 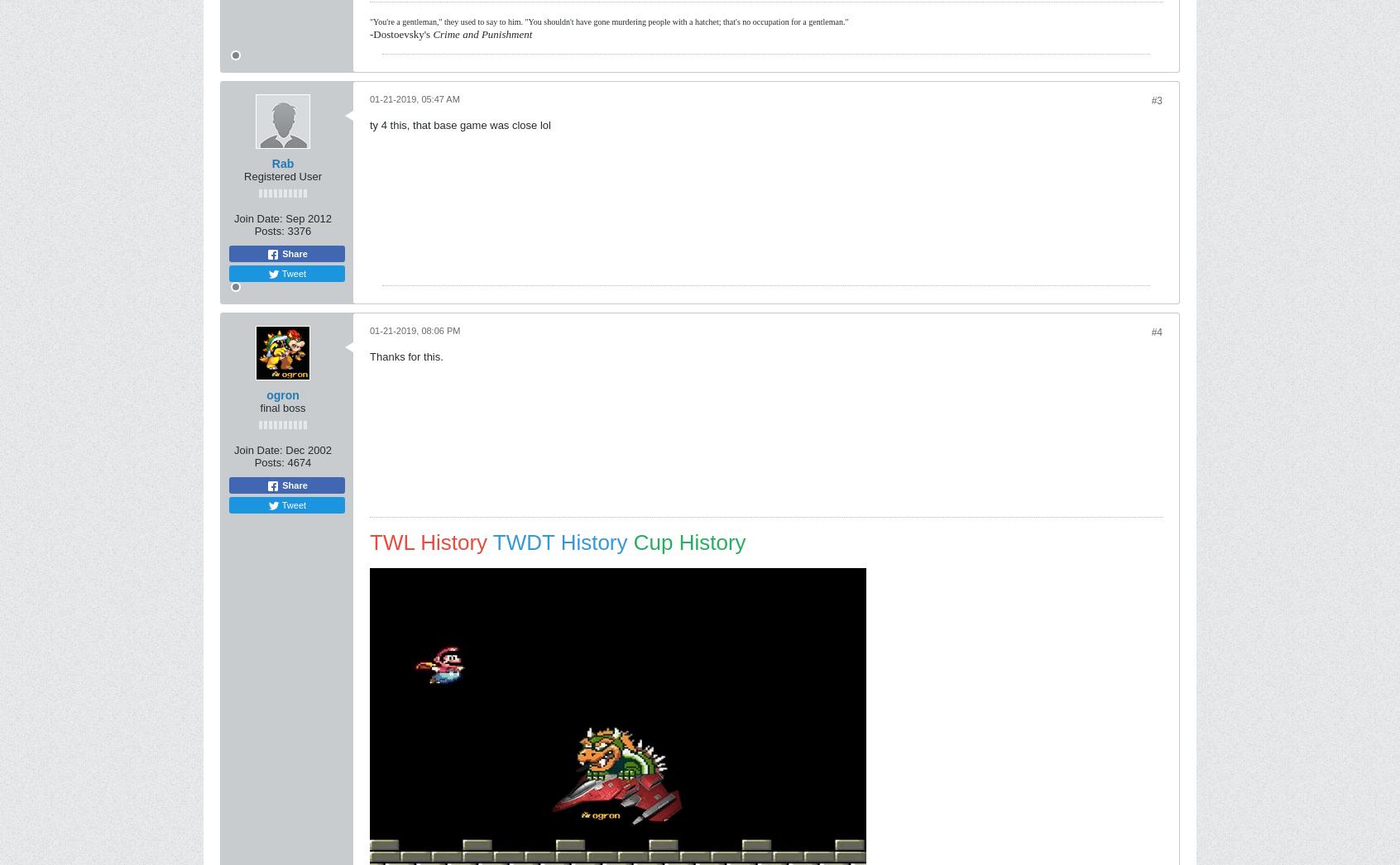 I want to click on 'Sep 2012', so click(x=308, y=218).